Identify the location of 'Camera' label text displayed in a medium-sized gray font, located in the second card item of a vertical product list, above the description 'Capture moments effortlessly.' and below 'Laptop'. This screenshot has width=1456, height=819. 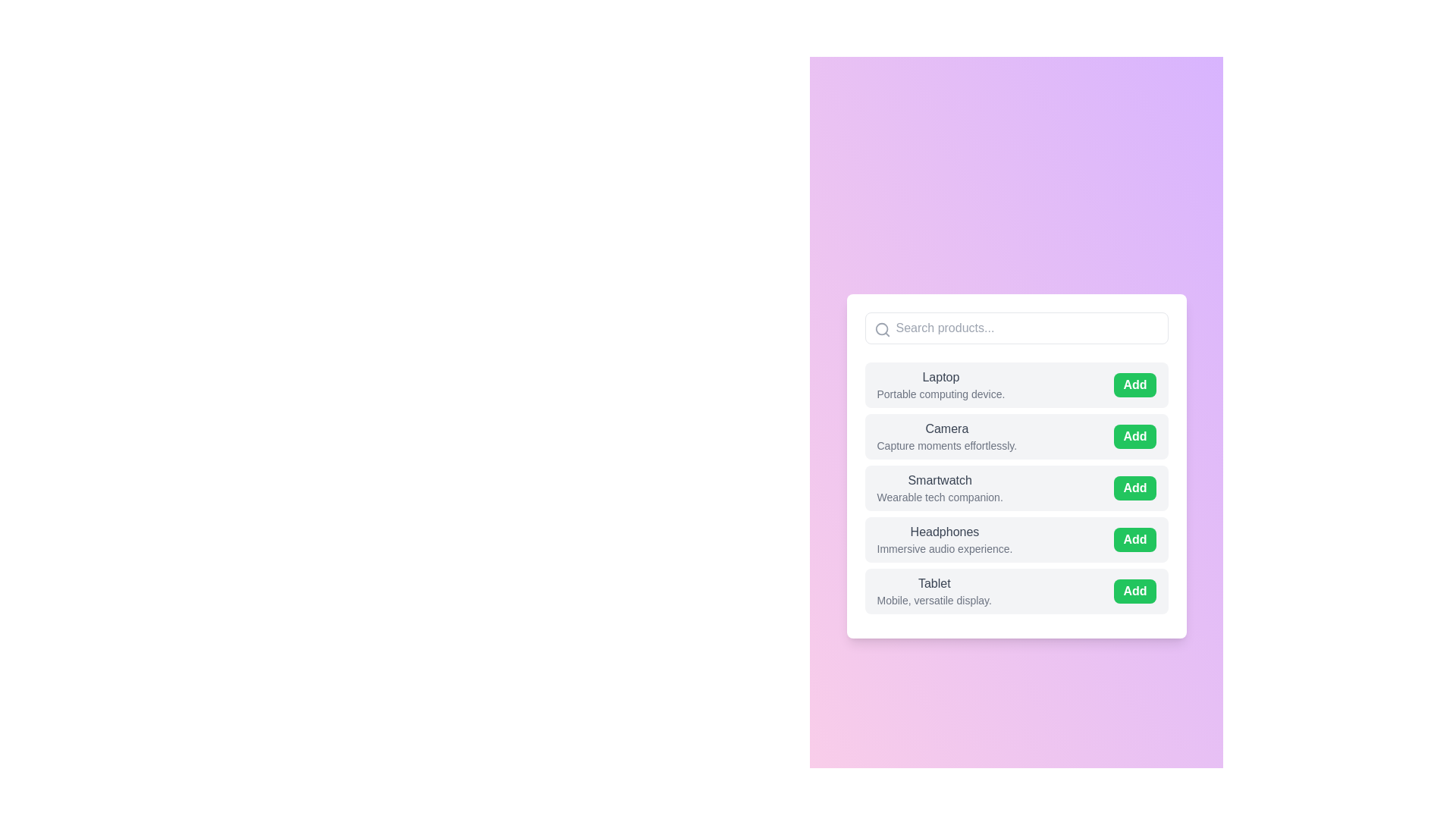
(946, 429).